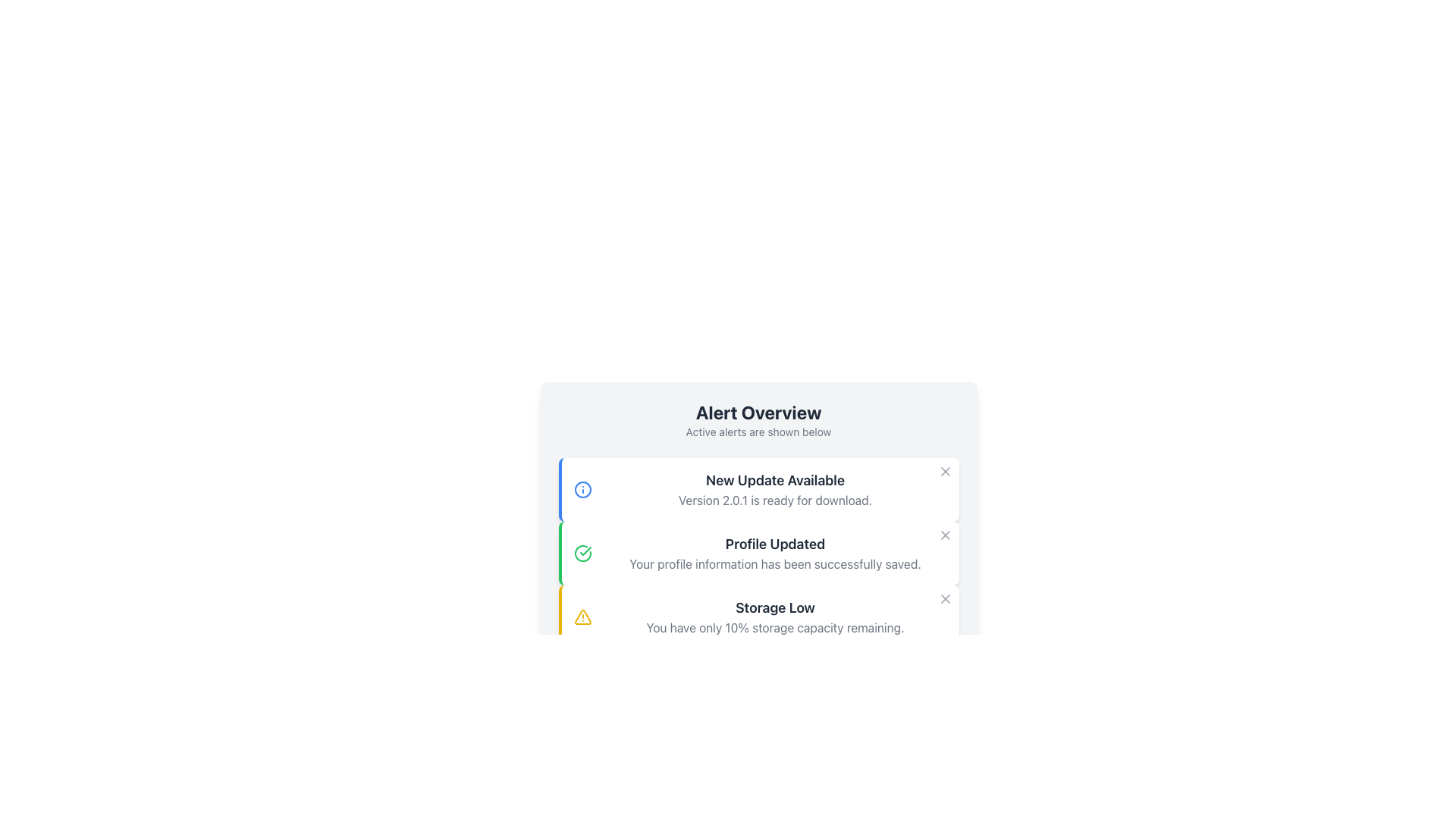 The height and width of the screenshot is (819, 1456). I want to click on the dismissal button located in the top-right corner of the 'Profile Updated' alert notification, so click(944, 534).